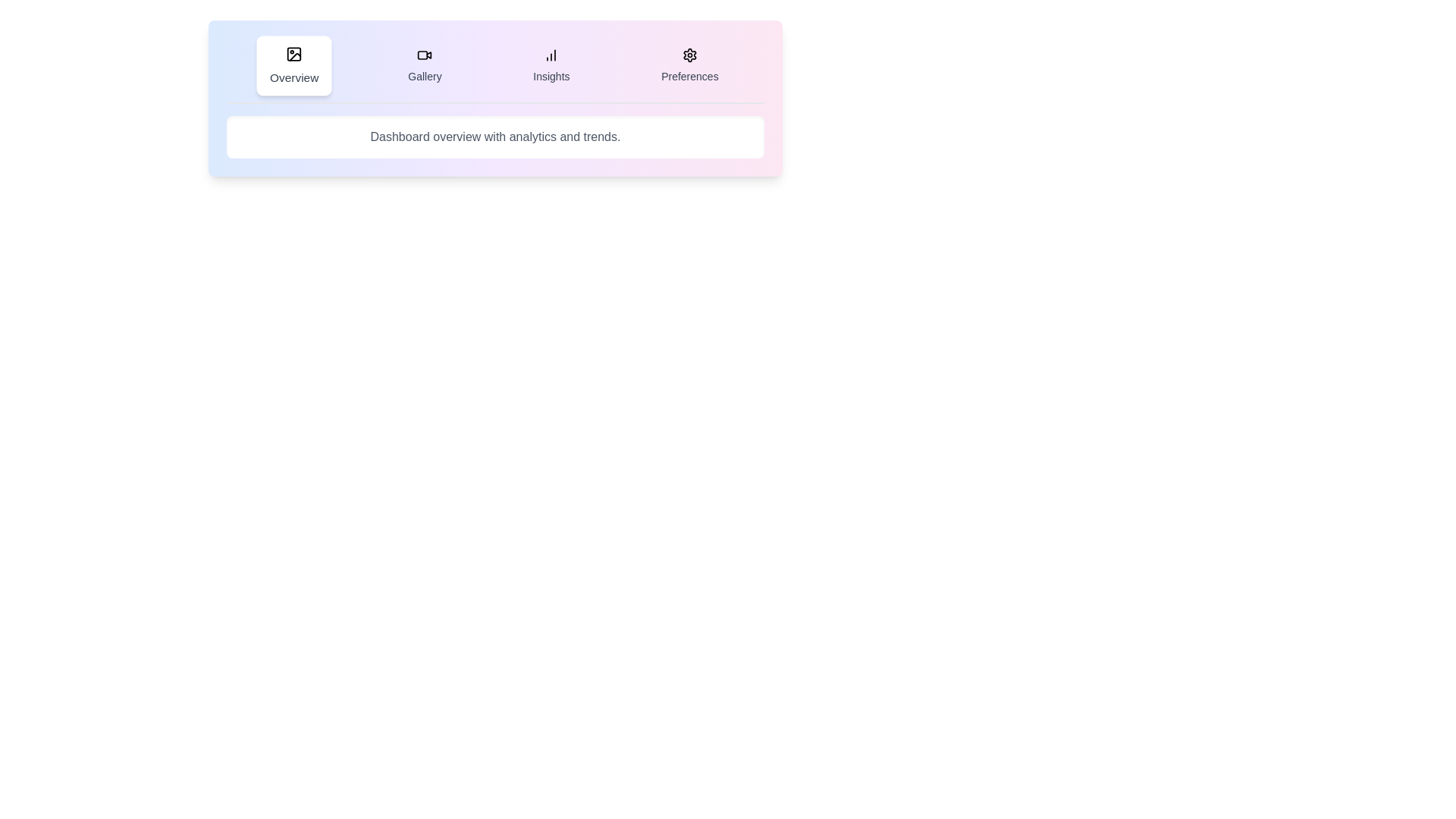 The height and width of the screenshot is (819, 1456). I want to click on the Insights tab, so click(550, 65).